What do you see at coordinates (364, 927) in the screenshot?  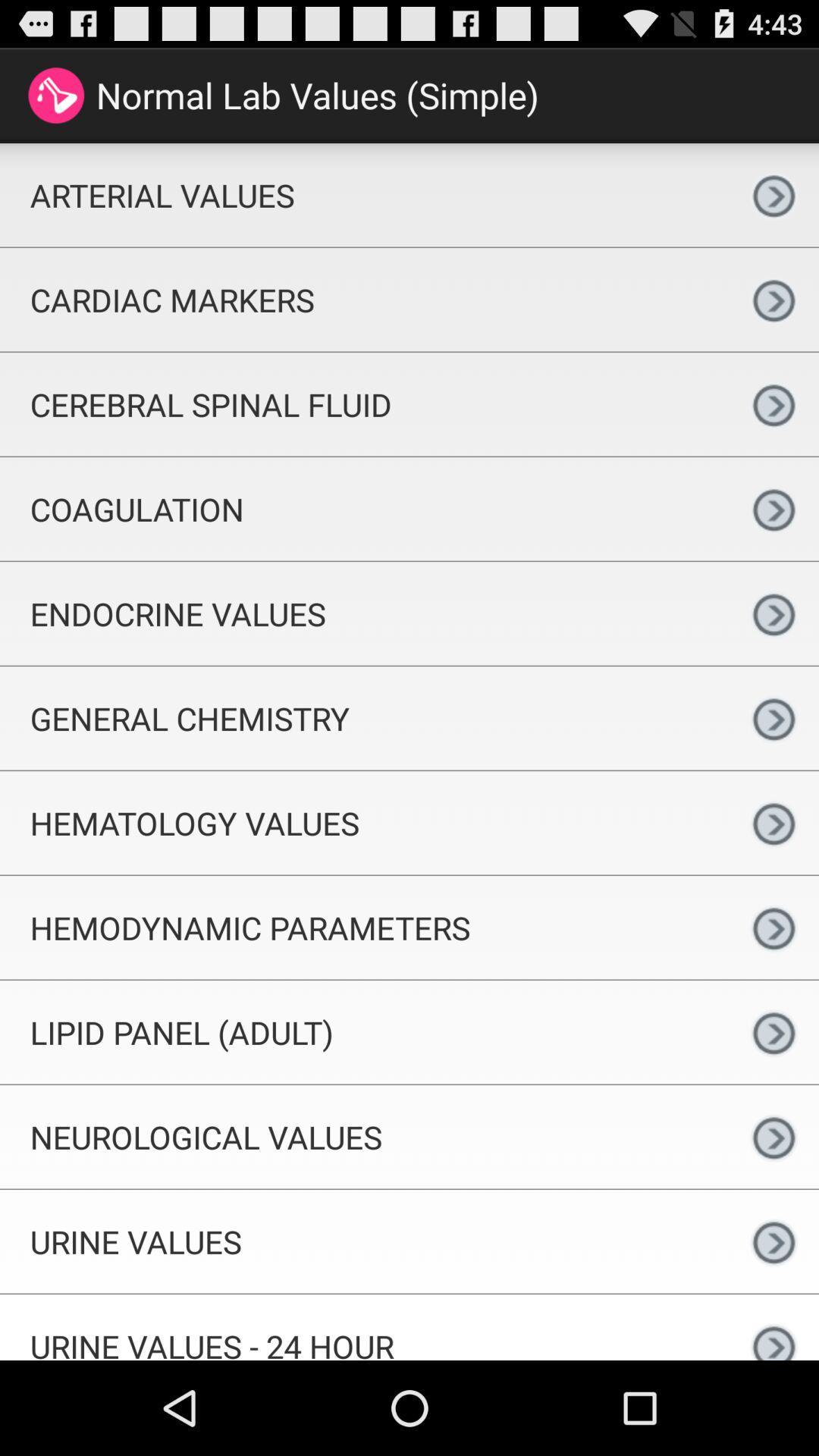 I see `the hemodynamic parameters app` at bounding box center [364, 927].